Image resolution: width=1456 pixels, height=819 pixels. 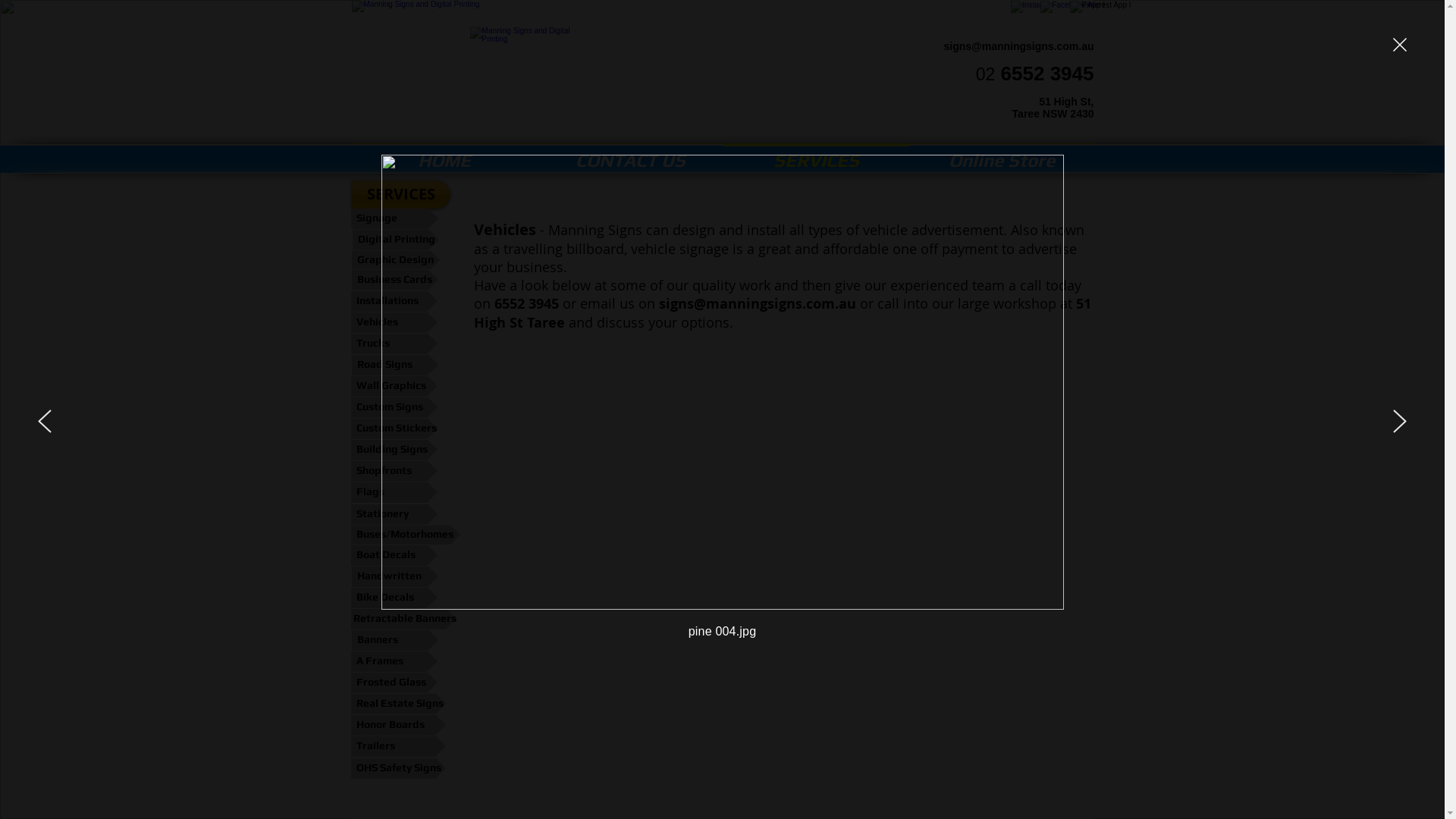 What do you see at coordinates (1001, 154) in the screenshot?
I see `'Online Store'` at bounding box center [1001, 154].